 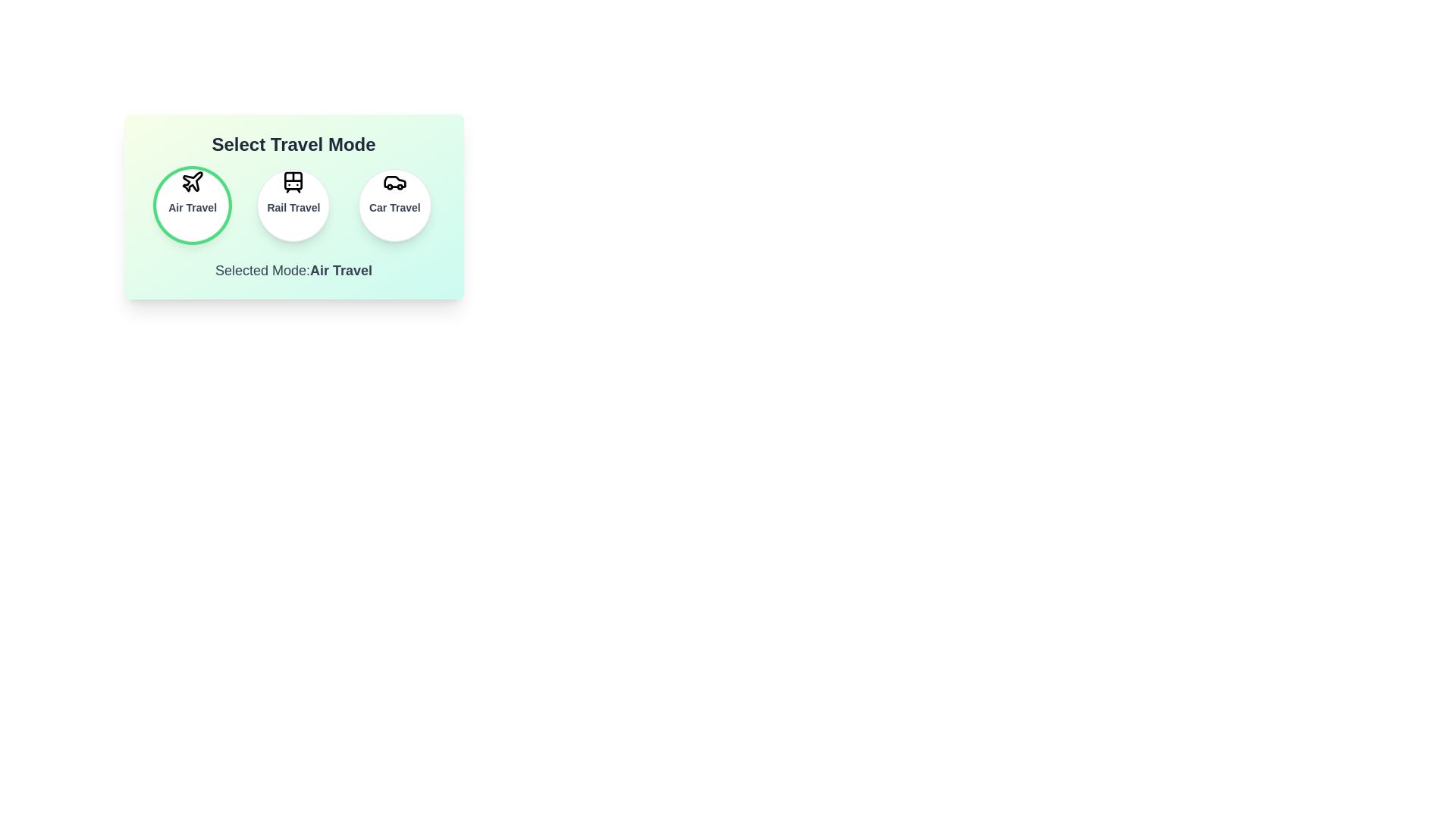 What do you see at coordinates (192, 205) in the screenshot?
I see `the button labeled Air Travel to examine its icon and label` at bounding box center [192, 205].